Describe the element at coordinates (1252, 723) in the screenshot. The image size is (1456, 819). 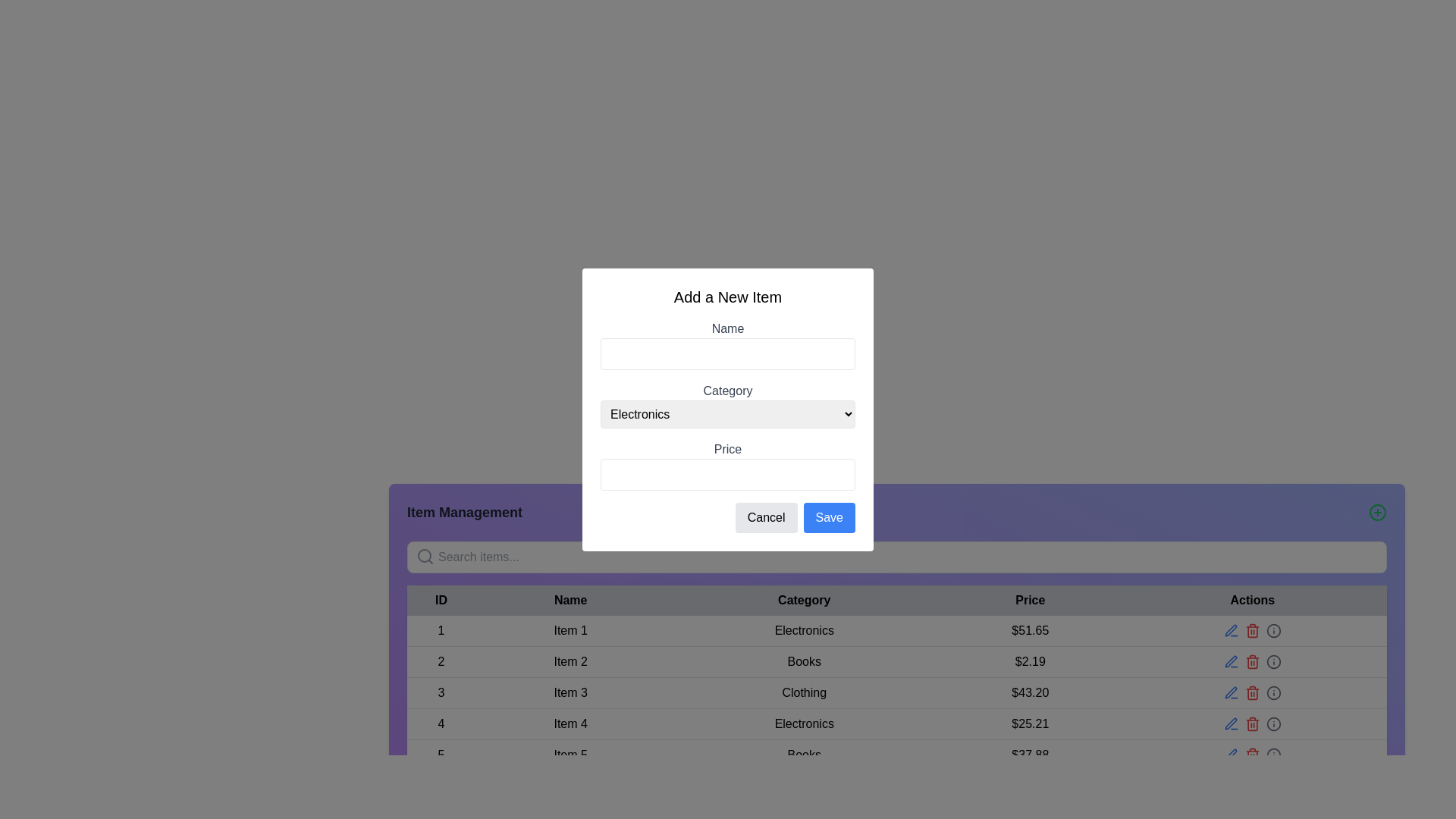
I see `the delete icon in the 'Actions' column for item '4' to initiate the delete action` at that location.